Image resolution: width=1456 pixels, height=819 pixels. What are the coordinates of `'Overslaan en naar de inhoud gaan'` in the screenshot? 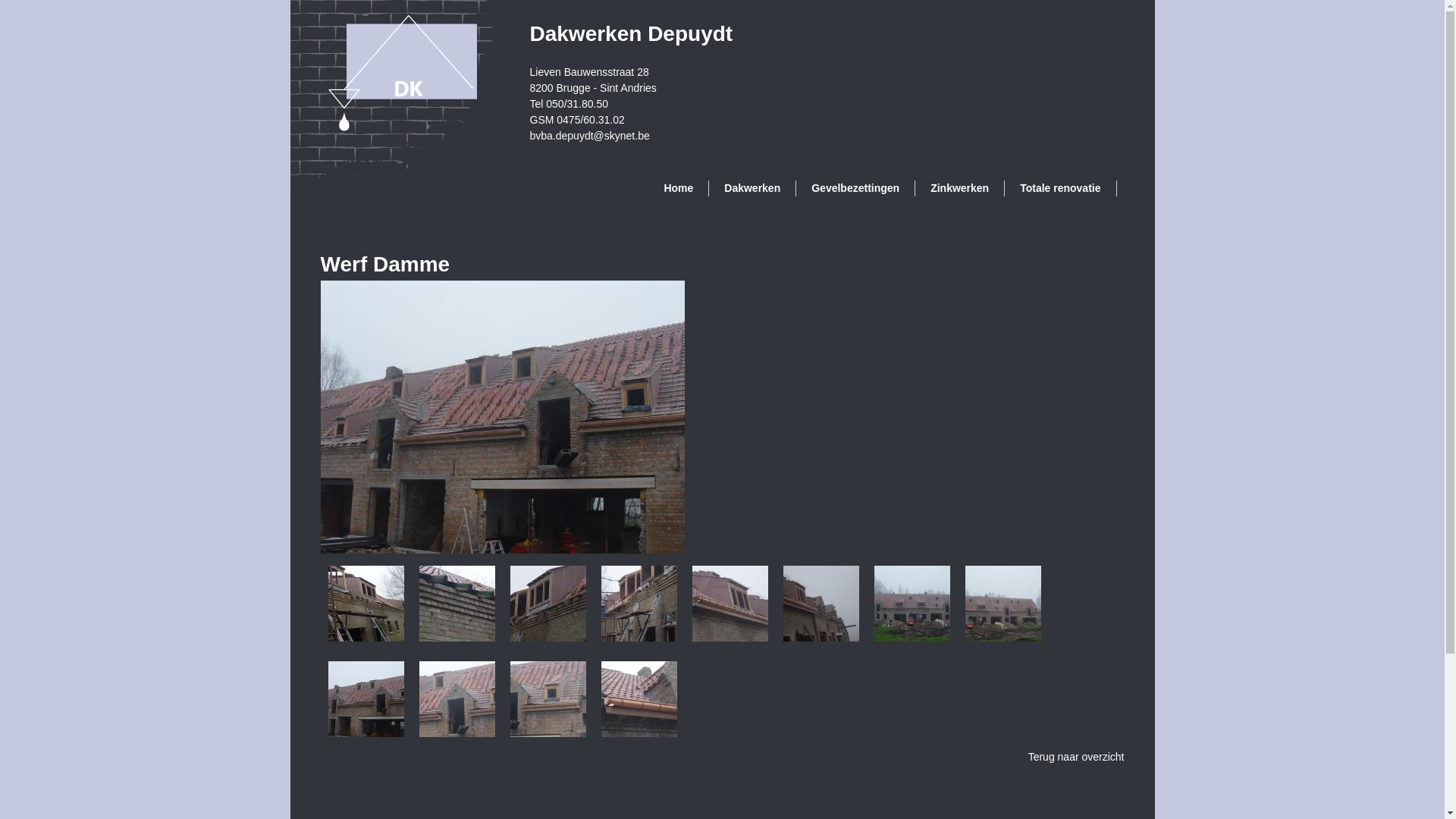 It's located at (658, 0).